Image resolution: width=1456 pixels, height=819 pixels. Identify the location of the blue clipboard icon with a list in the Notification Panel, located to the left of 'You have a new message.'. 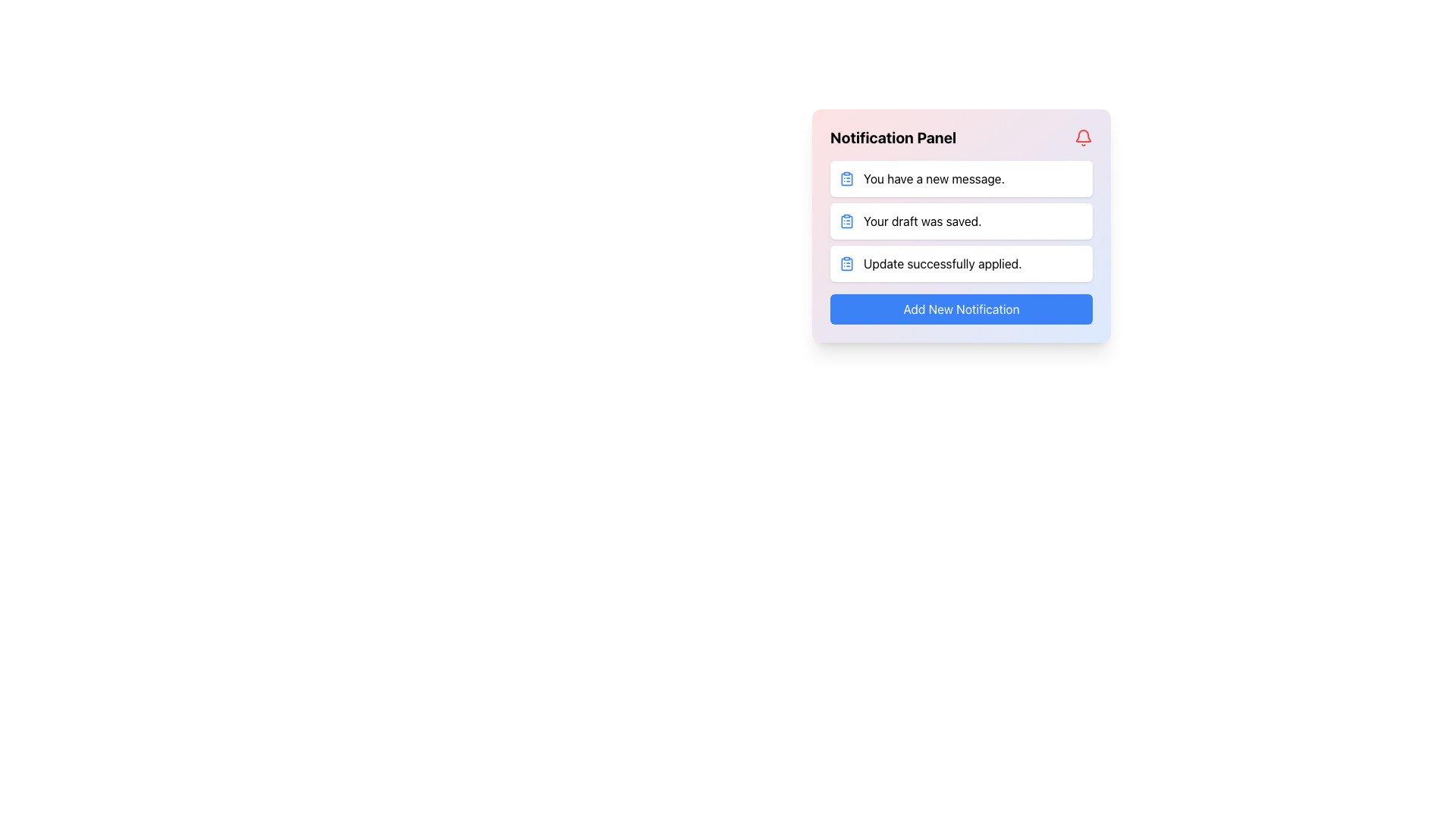
(846, 177).